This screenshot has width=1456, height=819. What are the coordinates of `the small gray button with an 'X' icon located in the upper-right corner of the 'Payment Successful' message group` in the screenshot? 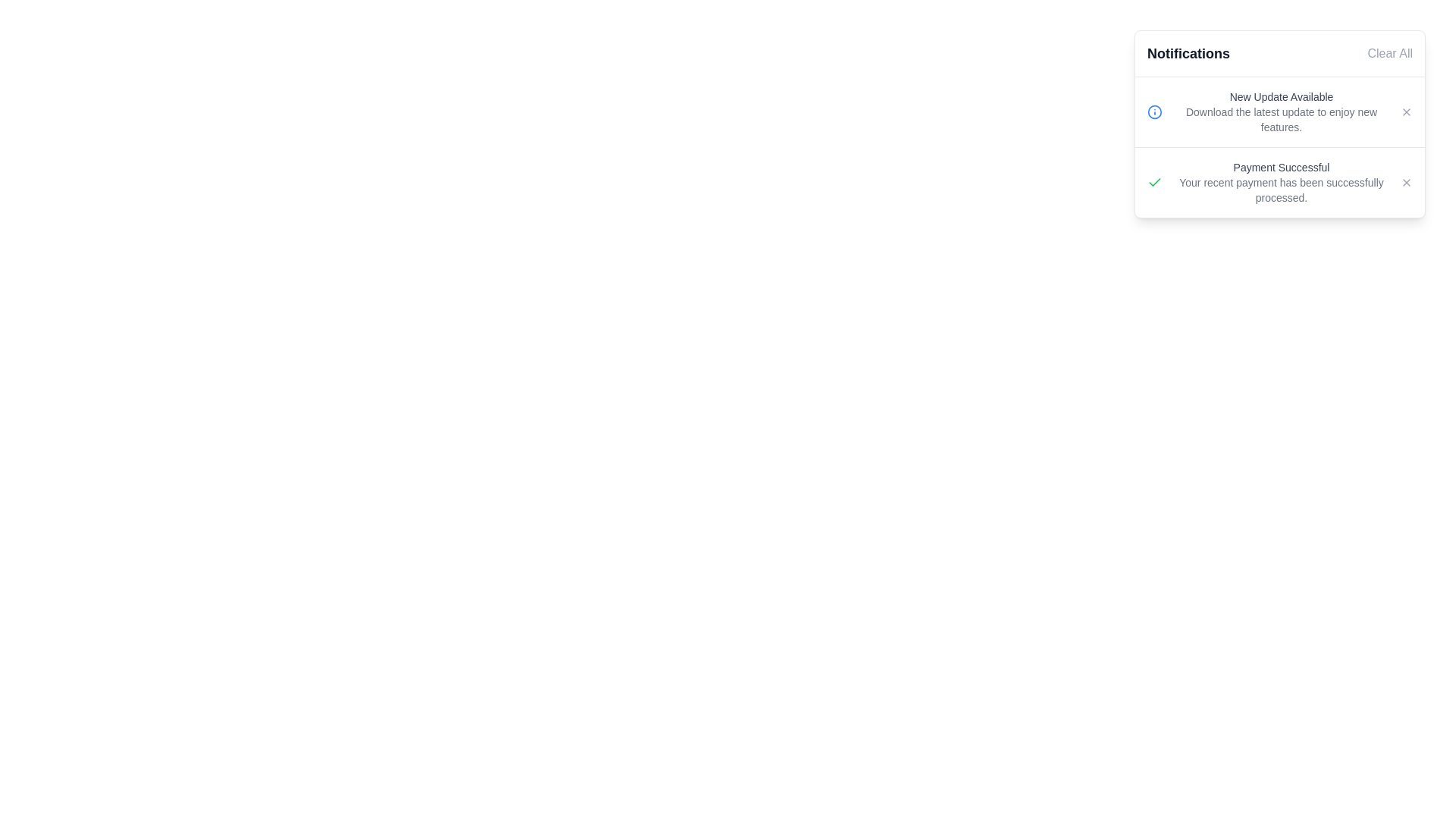 It's located at (1405, 181).